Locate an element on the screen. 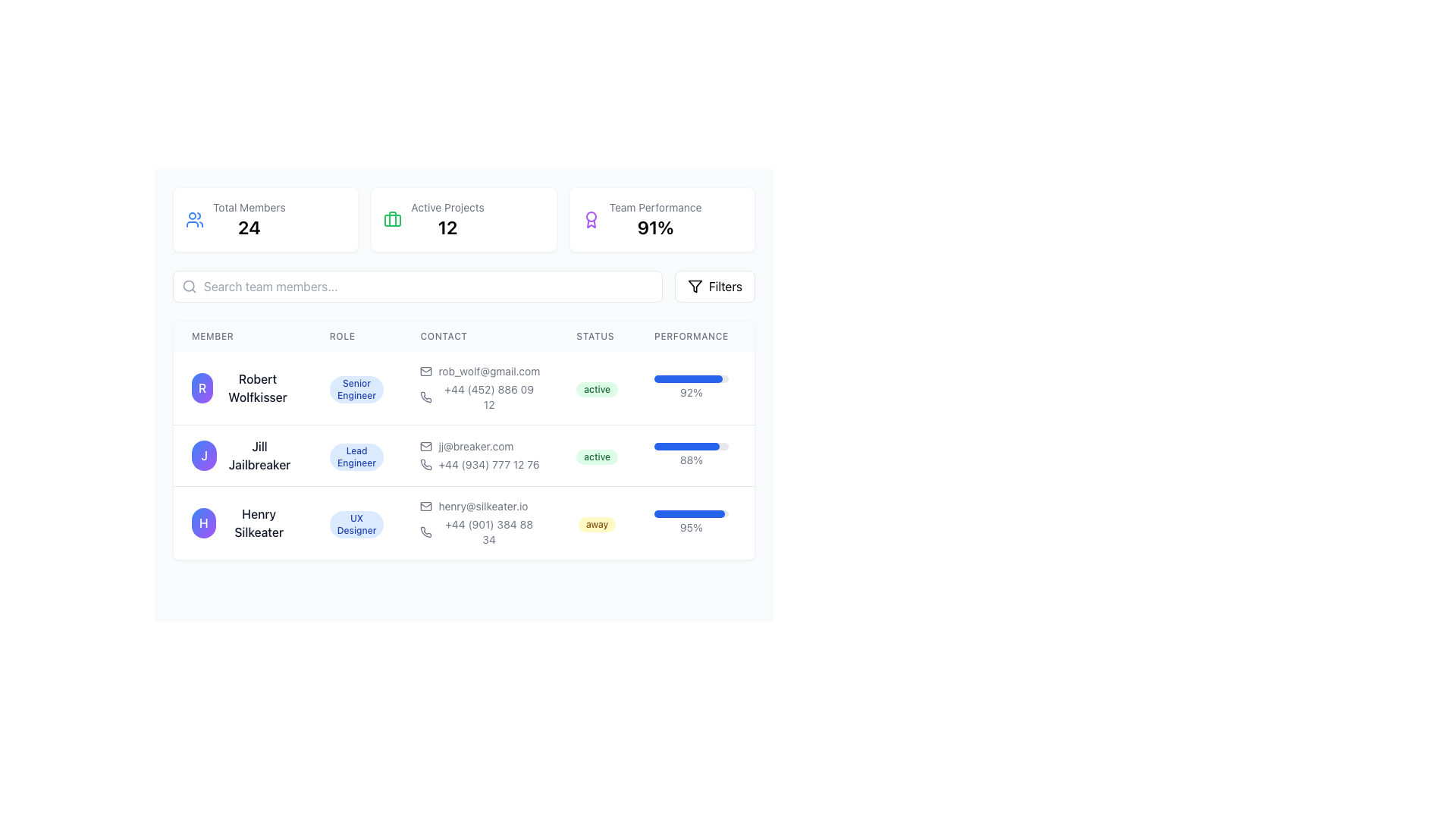 The height and width of the screenshot is (819, 1456). the avatar in the Profile information display for the member located in the first row of the team member listing is located at coordinates (241, 388).